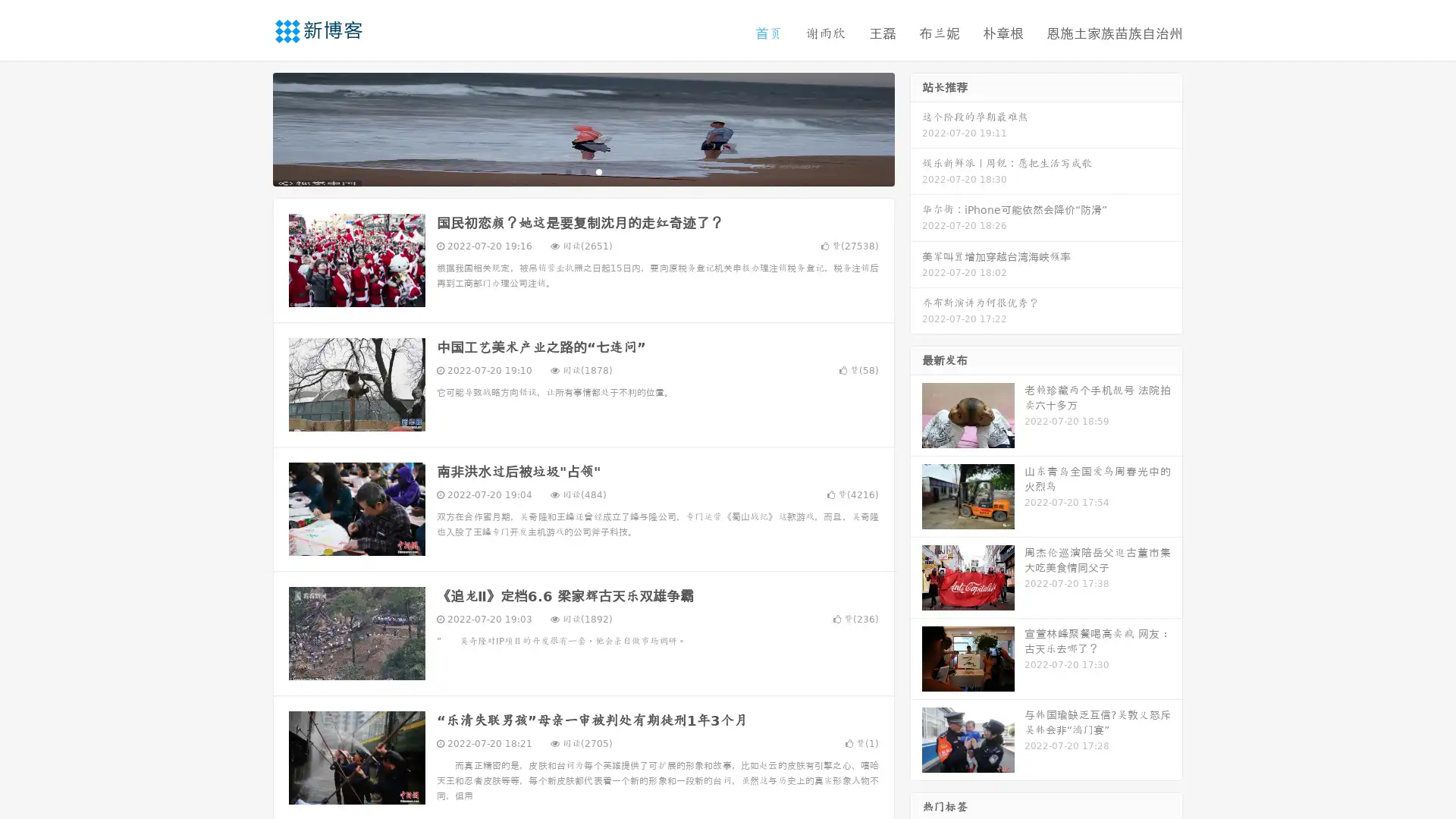 This screenshot has height=819, width=1456. Describe the element at coordinates (567, 171) in the screenshot. I see `Go to slide 1` at that location.